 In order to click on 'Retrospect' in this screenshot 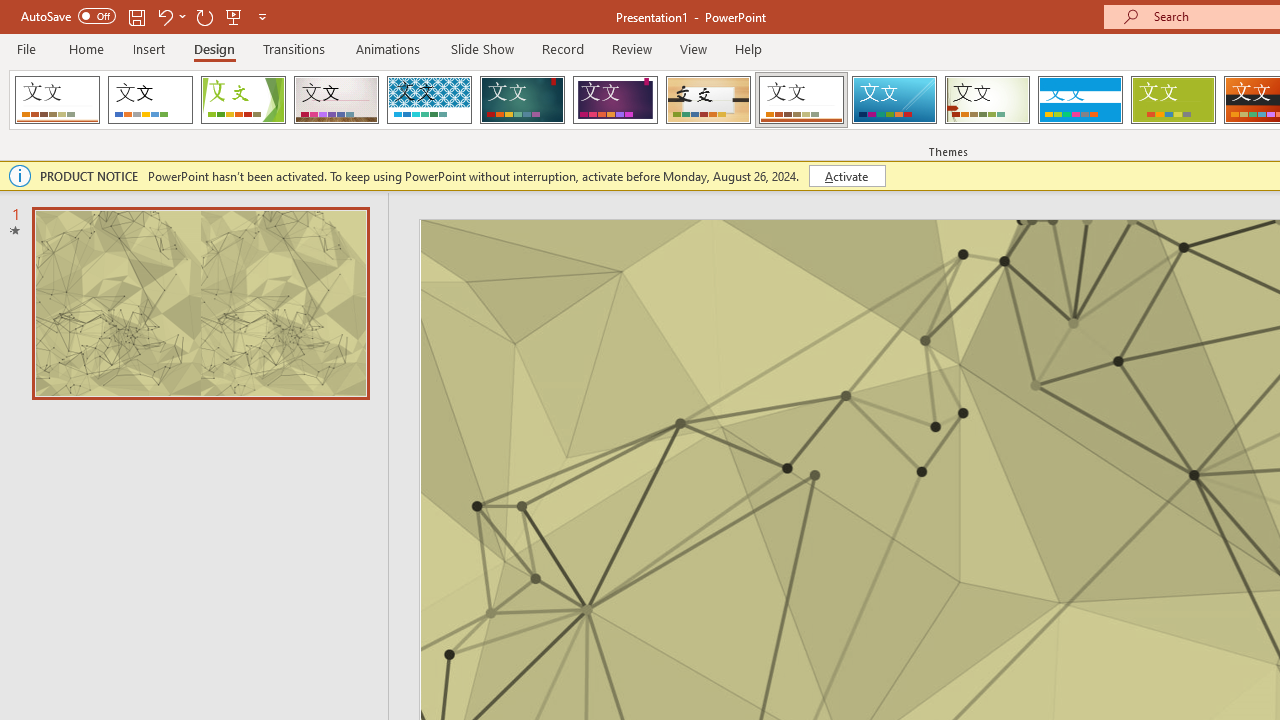, I will do `click(801, 100)`.